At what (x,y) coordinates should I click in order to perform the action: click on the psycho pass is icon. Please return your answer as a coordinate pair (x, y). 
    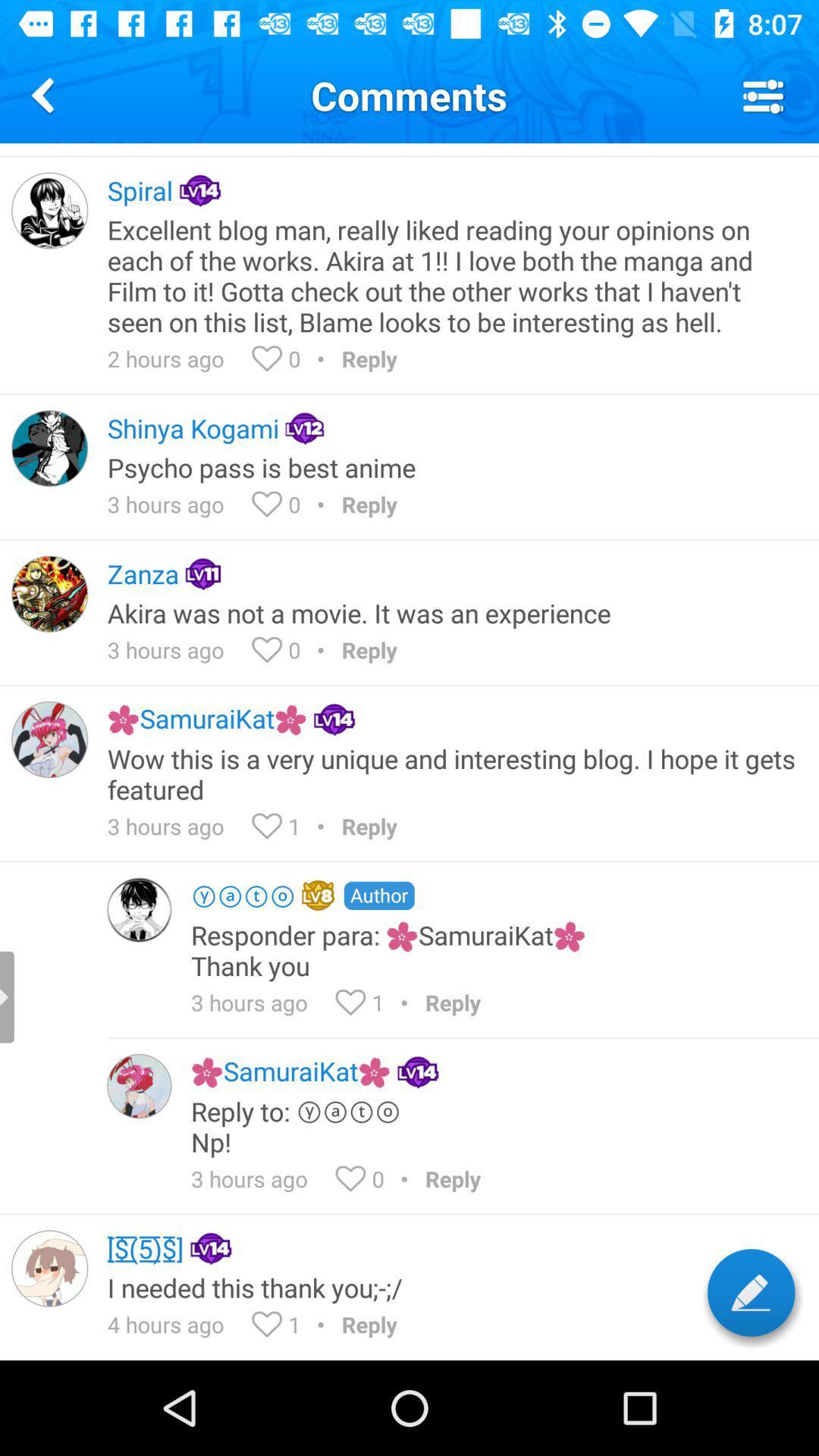
    Looking at the image, I should click on (452, 466).